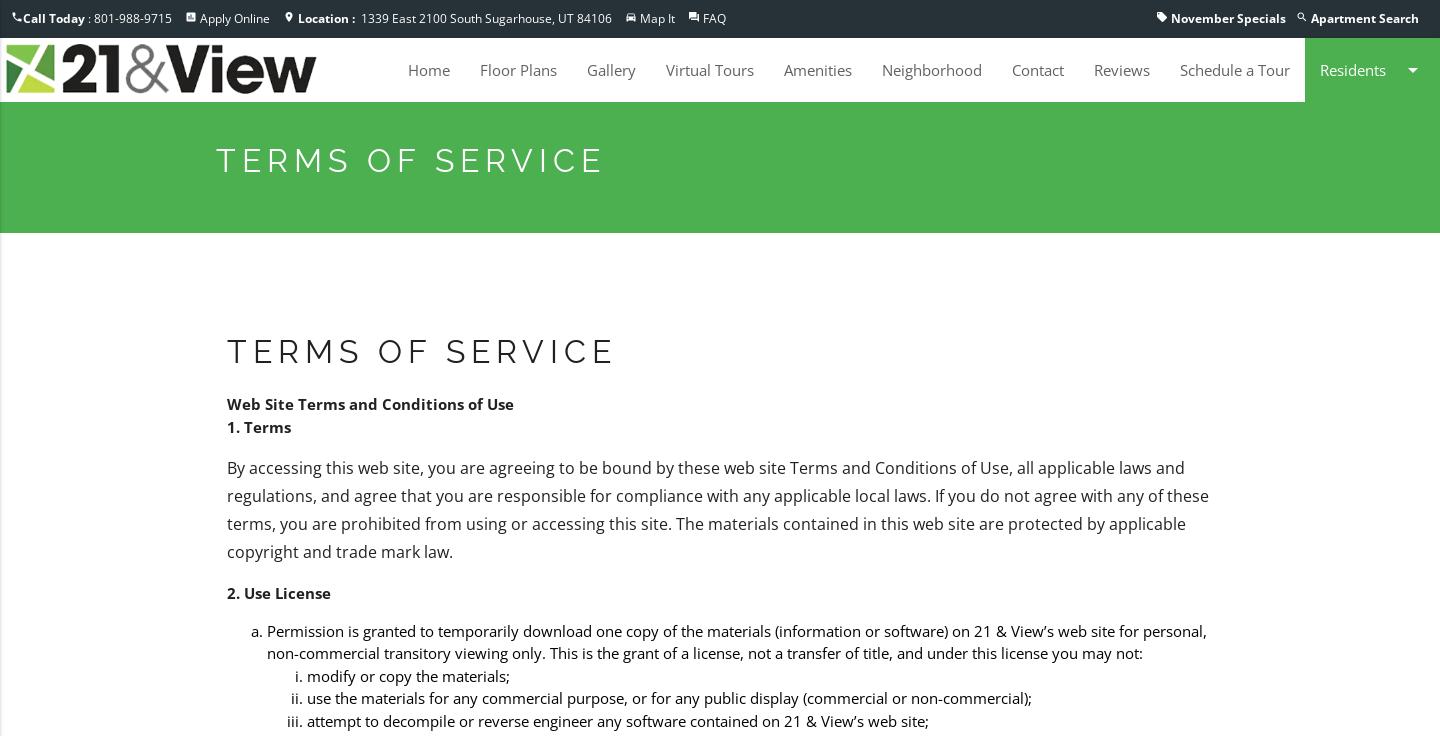 This screenshot has width=1440, height=736. What do you see at coordinates (818, 69) in the screenshot?
I see `'Amenities'` at bounding box center [818, 69].